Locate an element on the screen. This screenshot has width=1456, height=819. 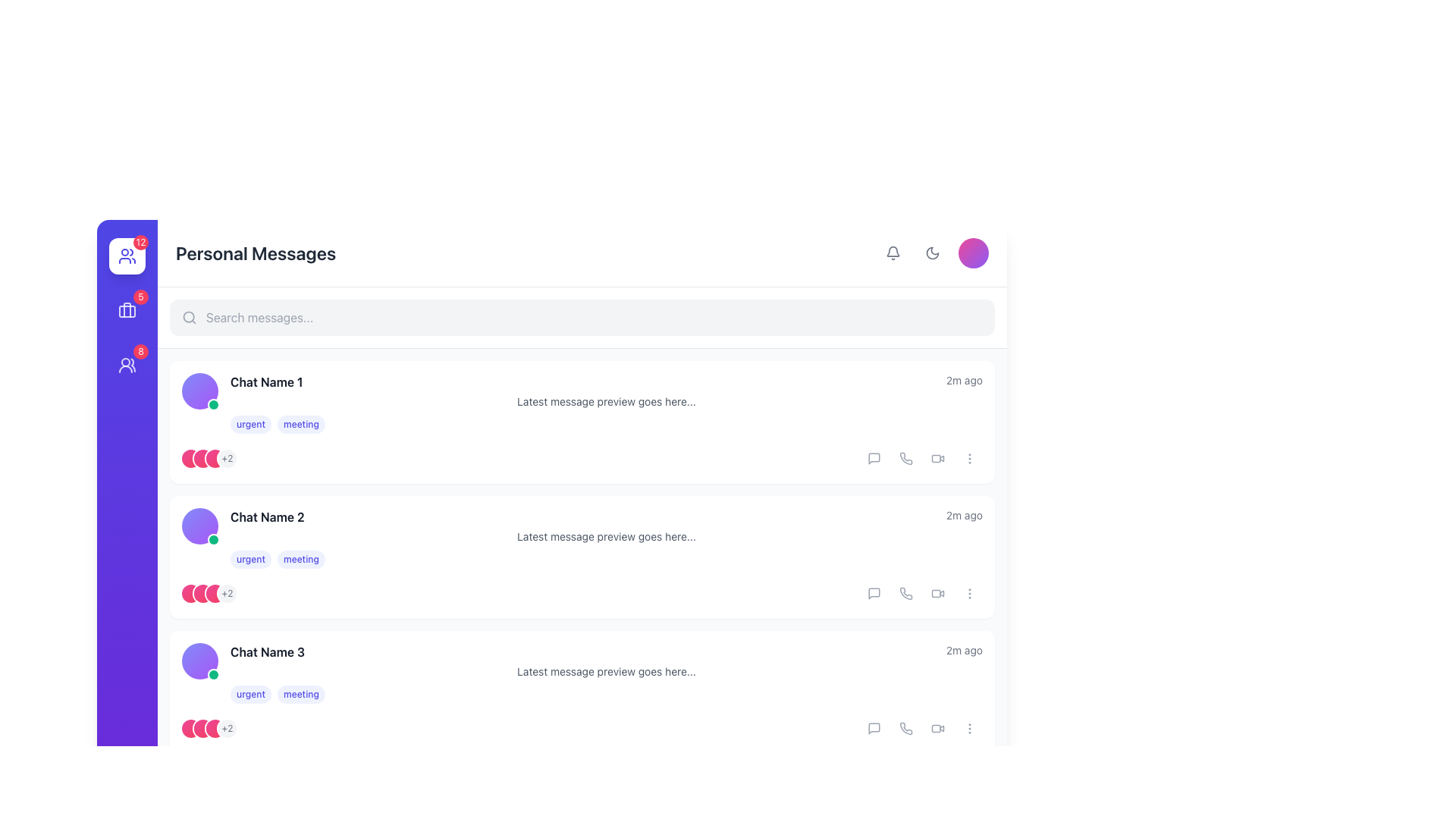
the third entry is located at coordinates (582, 672).